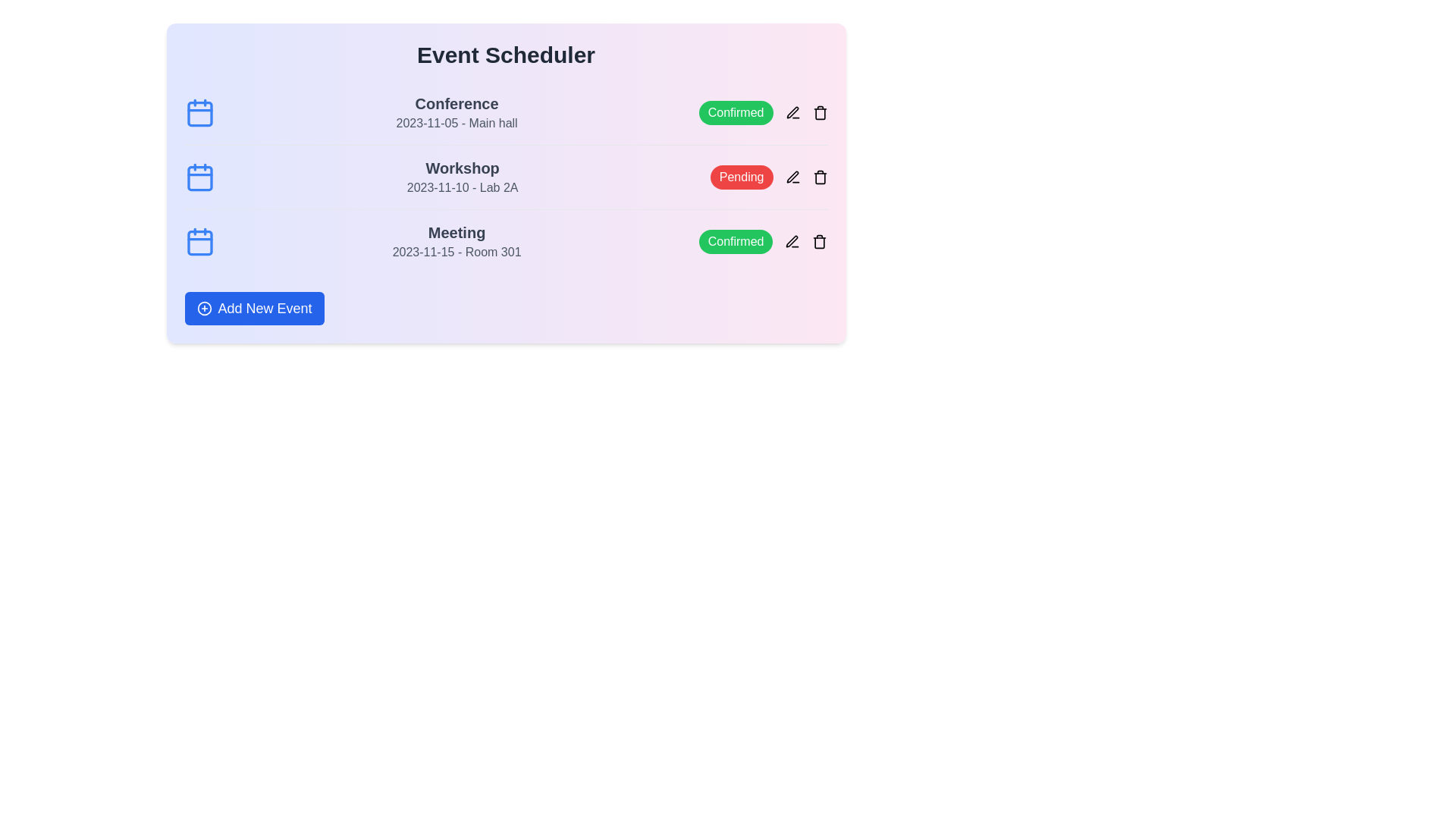 The image size is (1456, 819). I want to click on the edit button located to the right of the 'Pending' status button and to the left of the trash can icon for the 'Workshop' event to initiate editing, so click(792, 177).